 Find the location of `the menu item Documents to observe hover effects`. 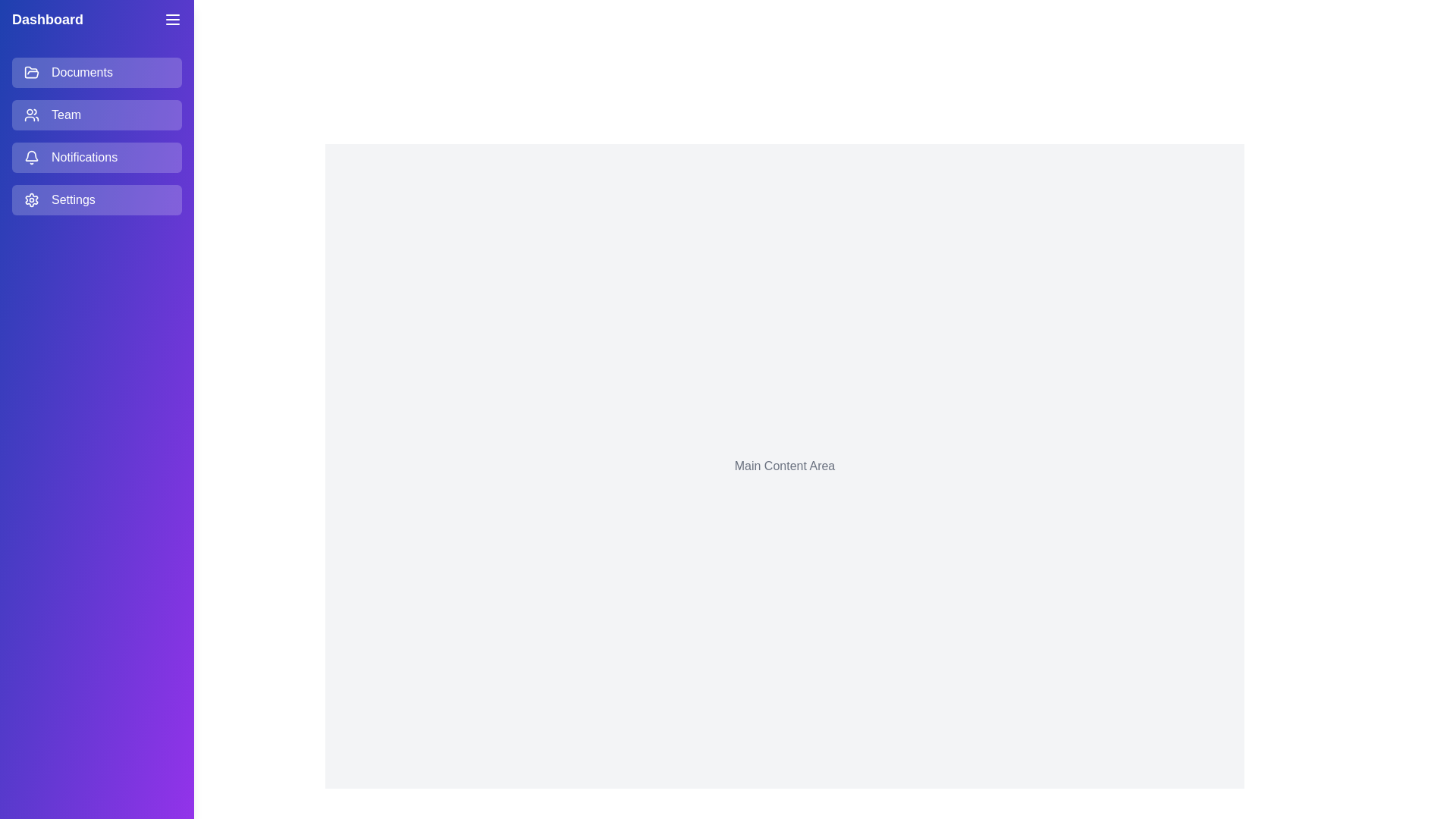

the menu item Documents to observe hover effects is located at coordinates (96, 73).